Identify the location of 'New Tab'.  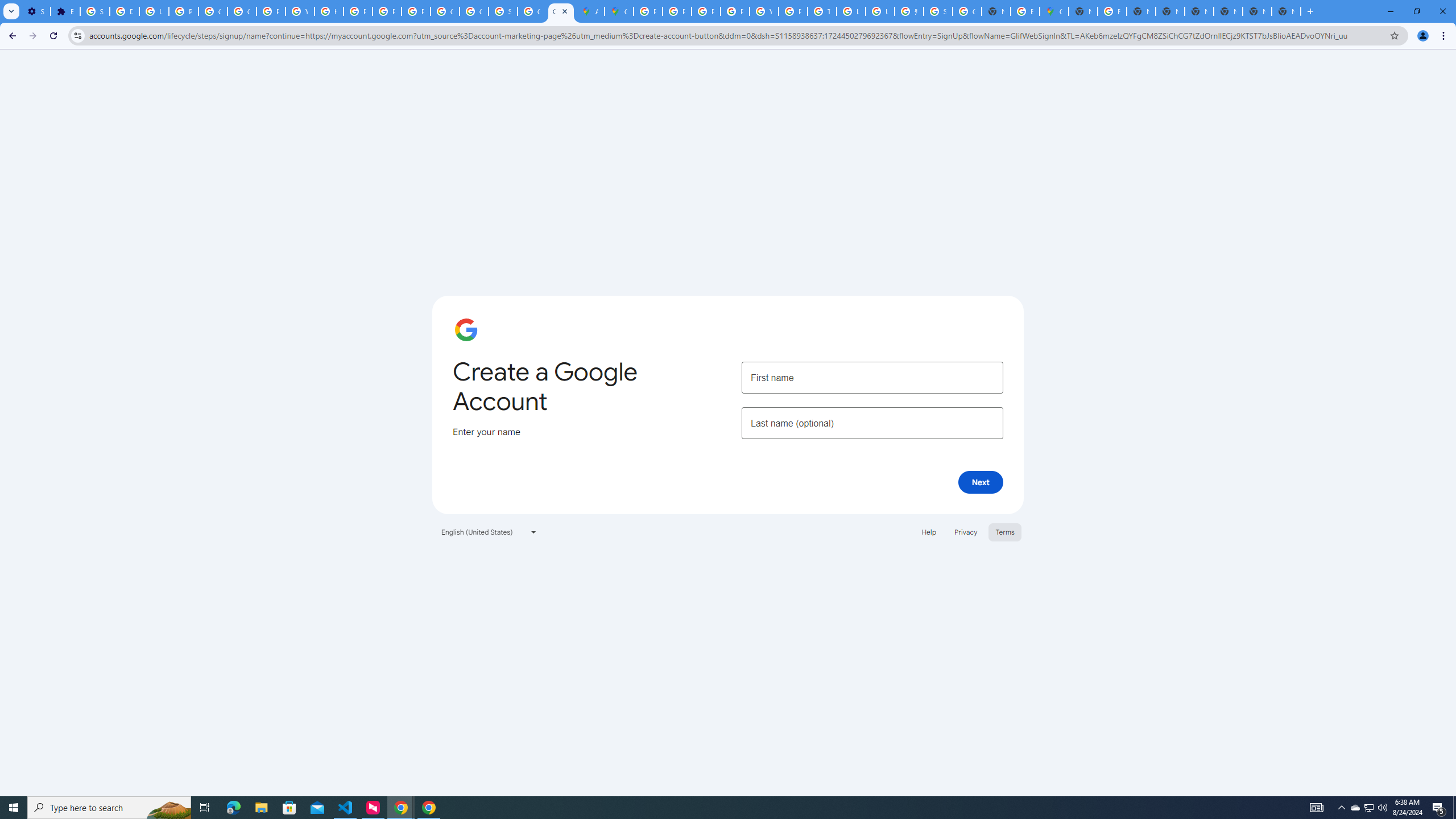
(1310, 11).